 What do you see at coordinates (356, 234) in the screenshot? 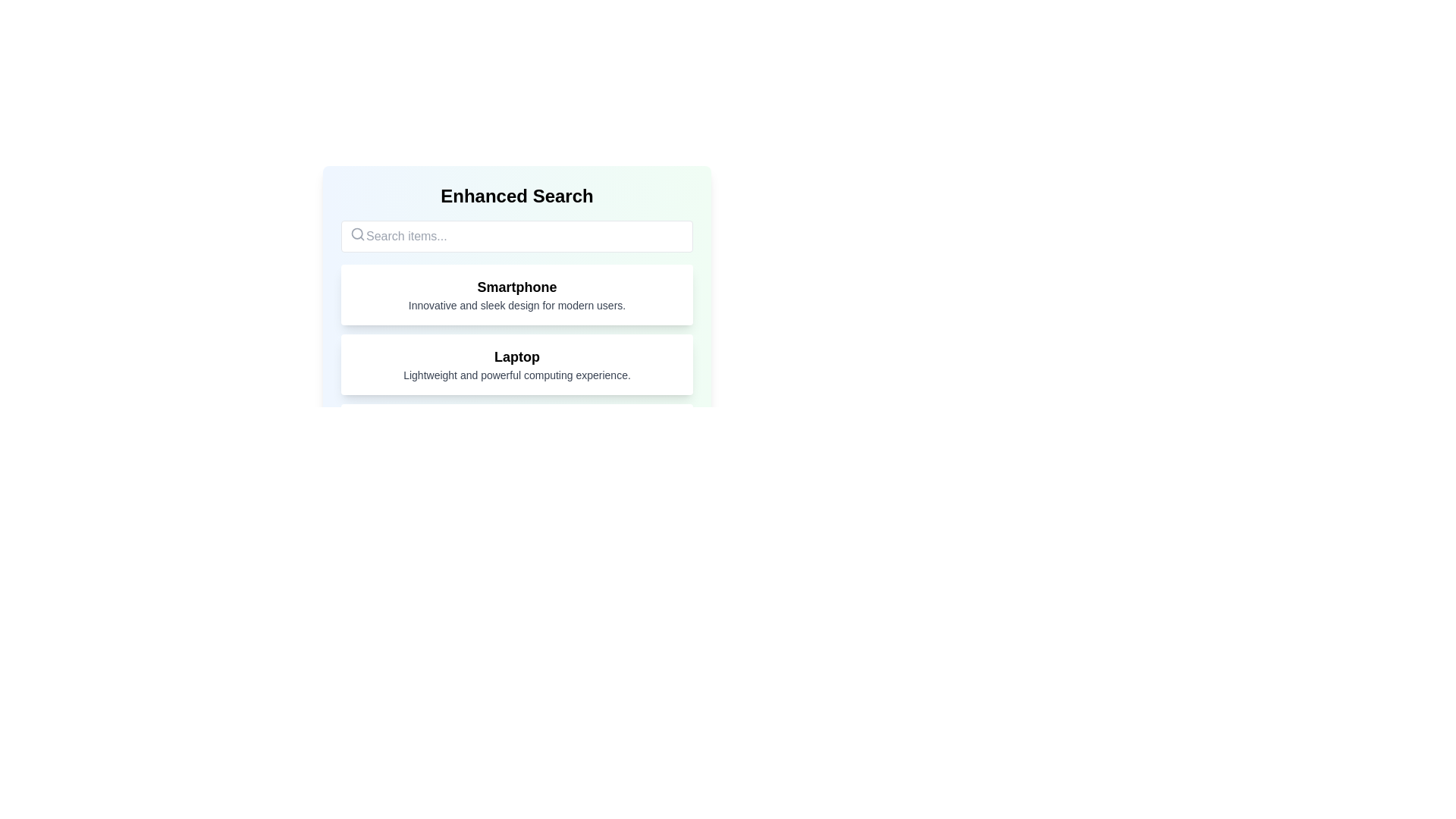
I see `the search icon located in the header of the search section, which visually represents the search functionality adjacent to the input box` at bounding box center [356, 234].